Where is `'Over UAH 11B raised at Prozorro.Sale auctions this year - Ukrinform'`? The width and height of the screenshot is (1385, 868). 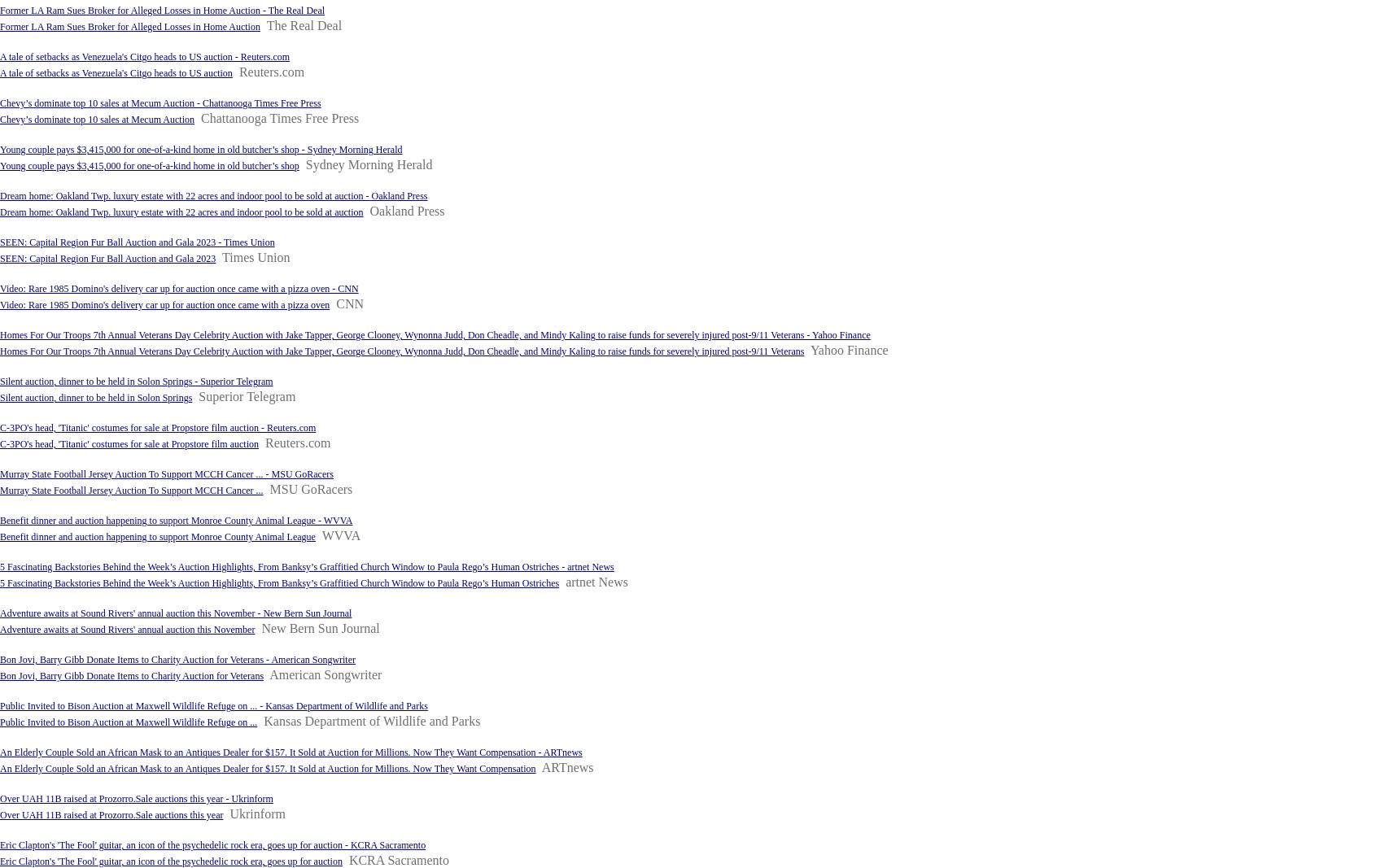
'Over UAH 11B raised at Prozorro.Sale auctions this year - Ukrinform' is located at coordinates (135, 798).